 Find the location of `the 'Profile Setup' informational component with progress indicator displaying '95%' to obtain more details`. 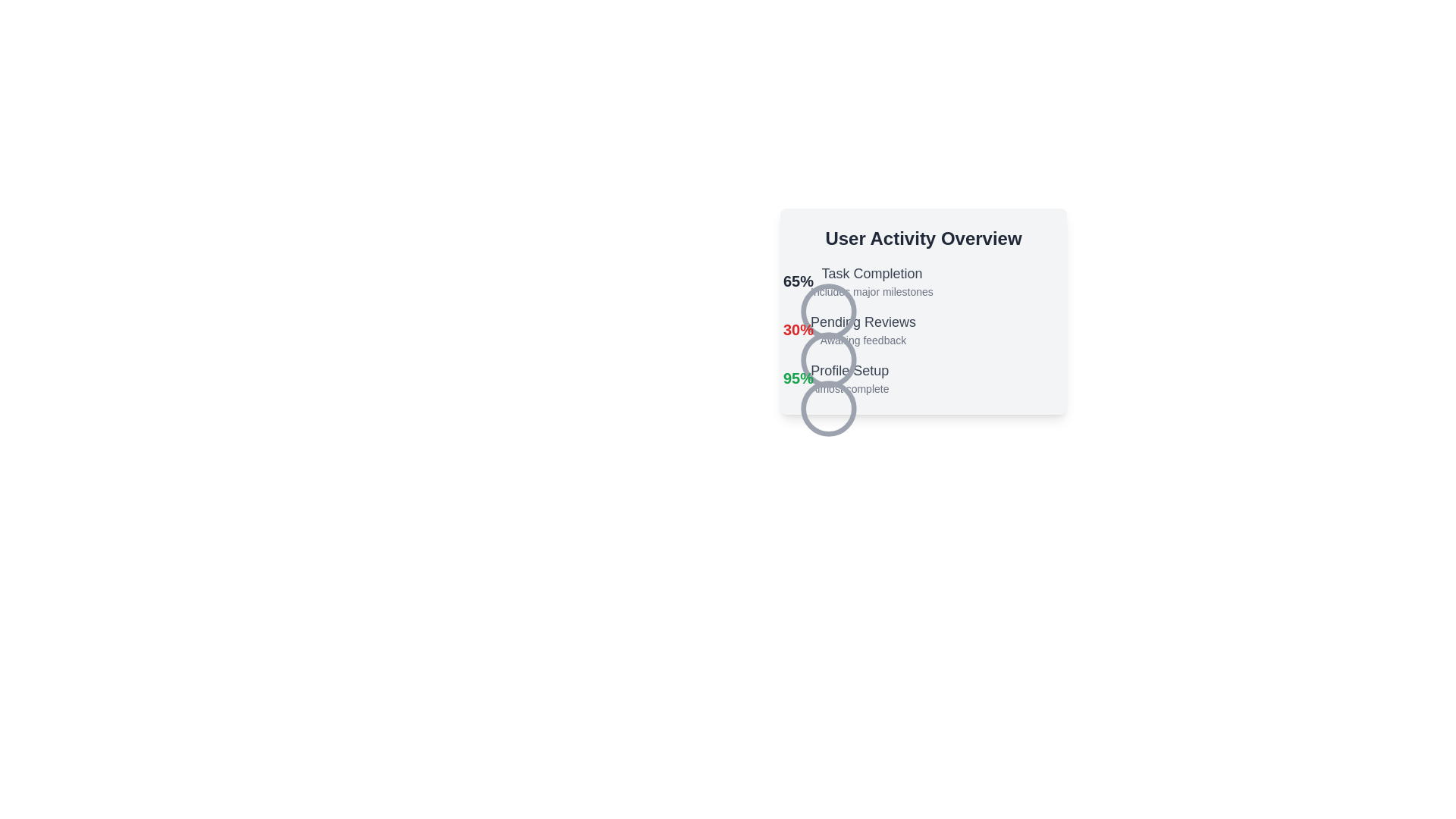

the 'Profile Setup' informational component with progress indicator displaying '95%' to obtain more details is located at coordinates (923, 377).